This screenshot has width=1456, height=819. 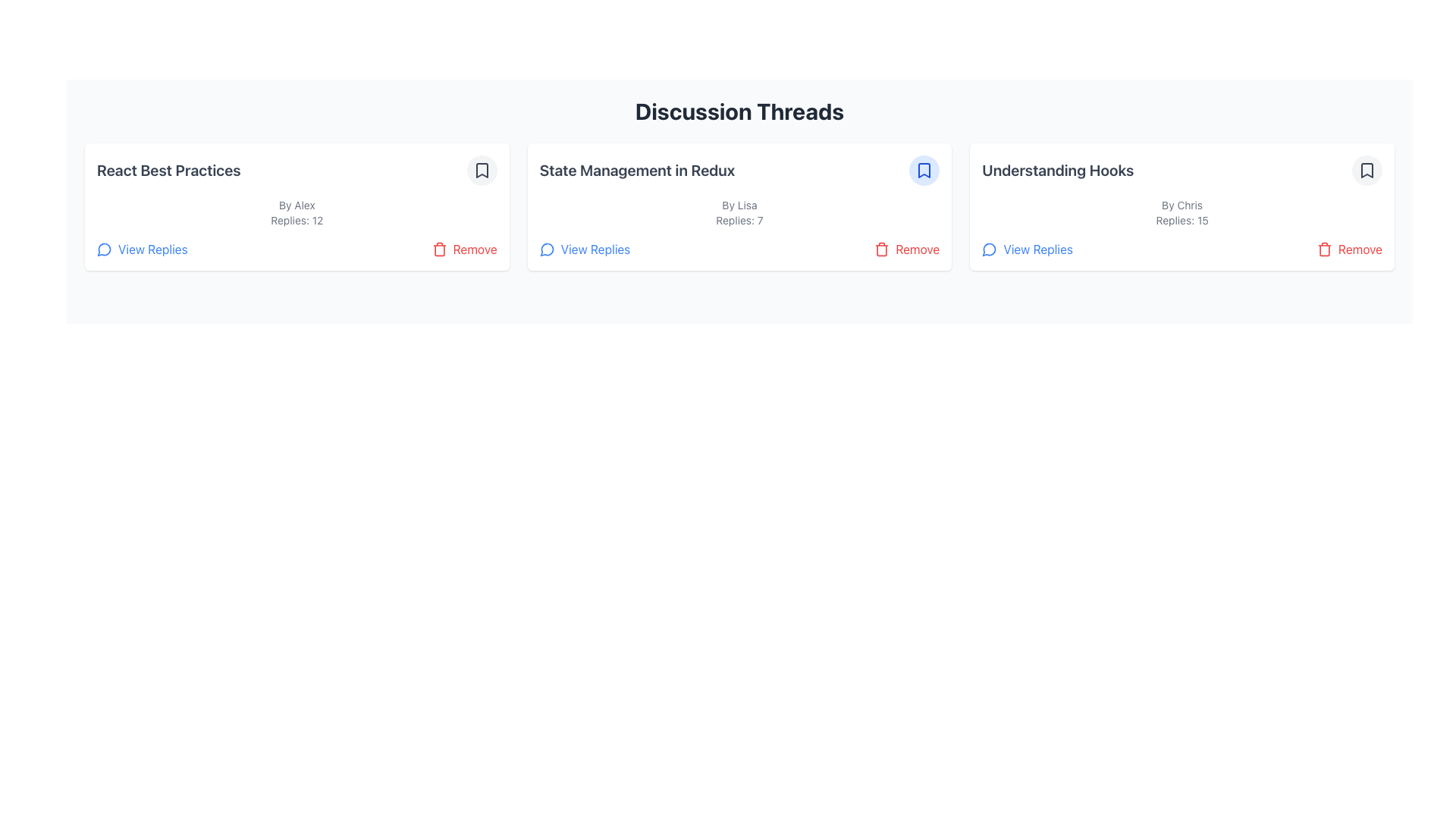 What do you see at coordinates (1037, 248) in the screenshot?
I see `the 'View Replies' link in blue text located near the bottom left corner of the 'Understanding Hooks' discussion card` at bounding box center [1037, 248].